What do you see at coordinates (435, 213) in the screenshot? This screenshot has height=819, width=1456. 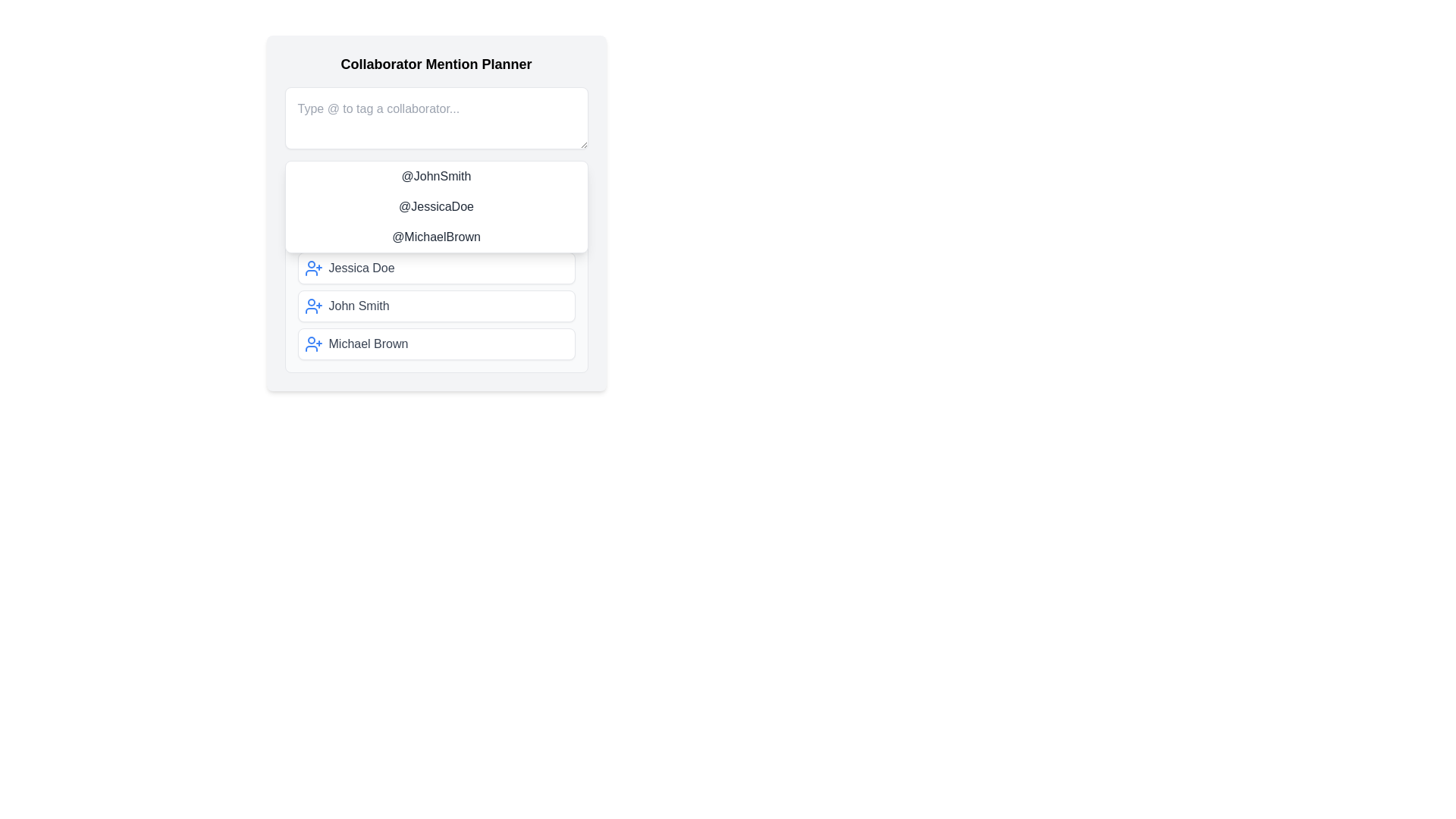 I see `the mention suggestion item '@JessicaDoe'` at bounding box center [435, 213].